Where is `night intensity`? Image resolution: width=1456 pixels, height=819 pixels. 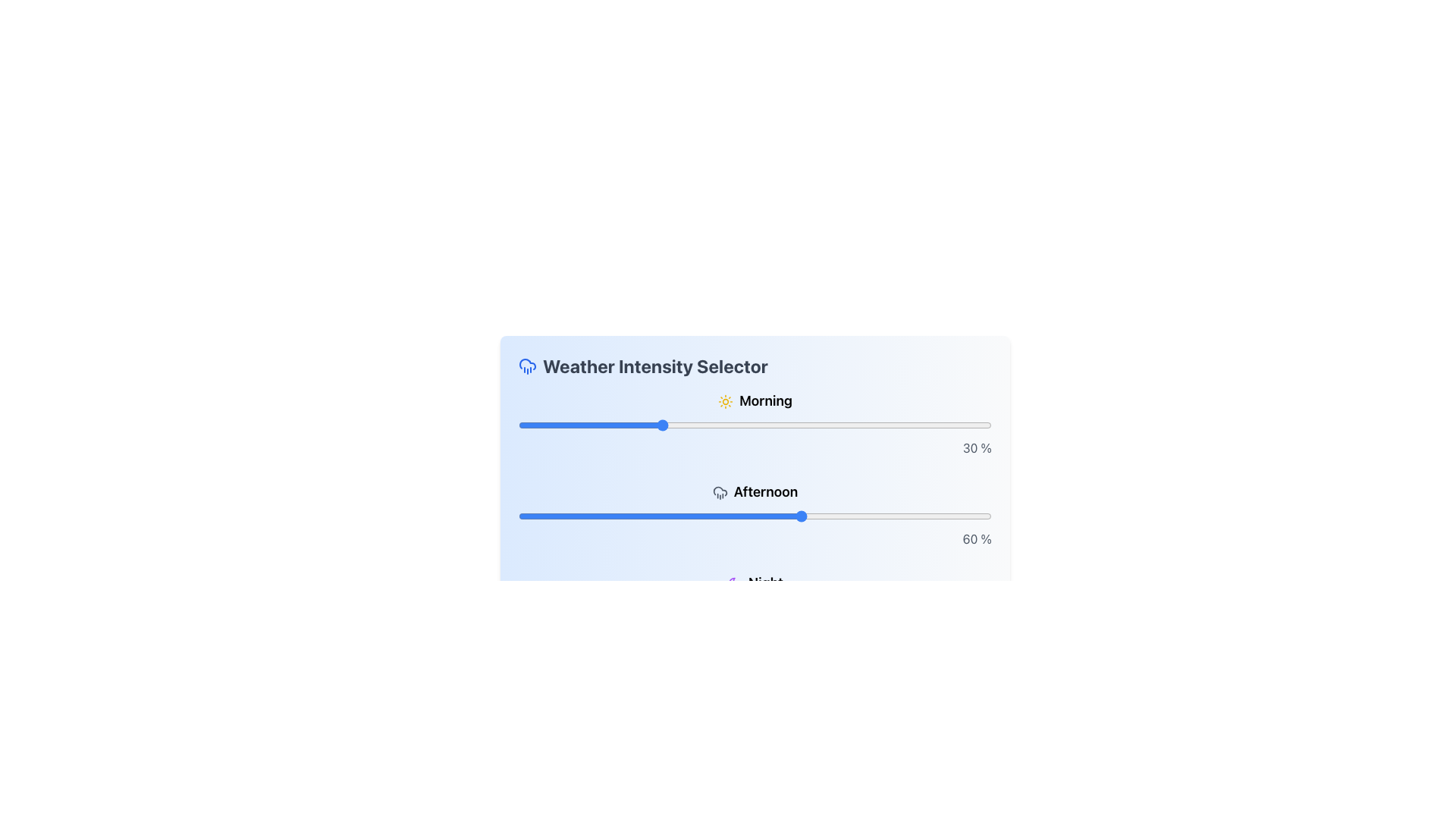
night intensity is located at coordinates (750, 607).